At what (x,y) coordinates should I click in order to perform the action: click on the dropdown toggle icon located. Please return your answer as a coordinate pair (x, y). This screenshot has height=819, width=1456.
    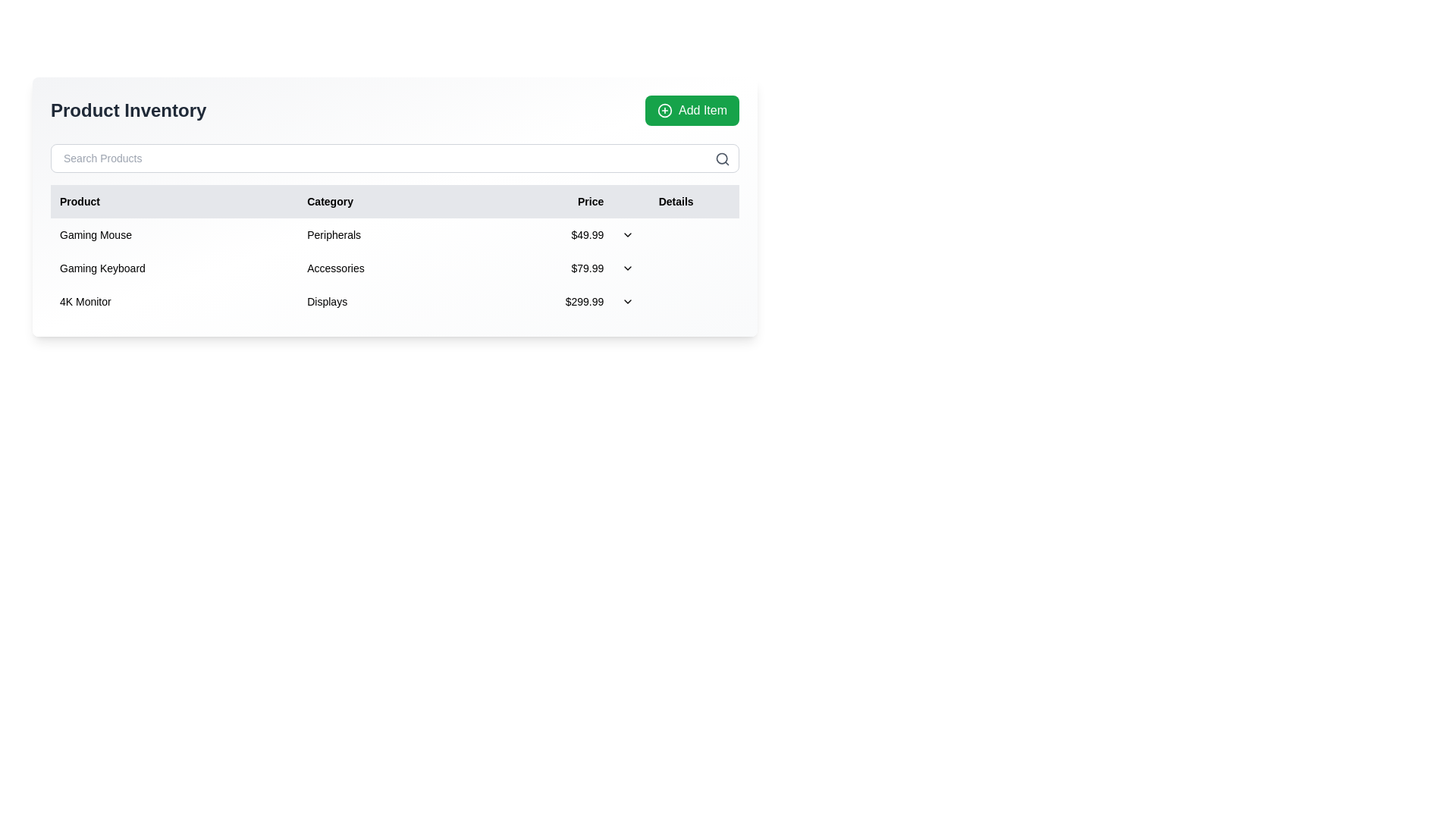
    Looking at the image, I should click on (628, 268).